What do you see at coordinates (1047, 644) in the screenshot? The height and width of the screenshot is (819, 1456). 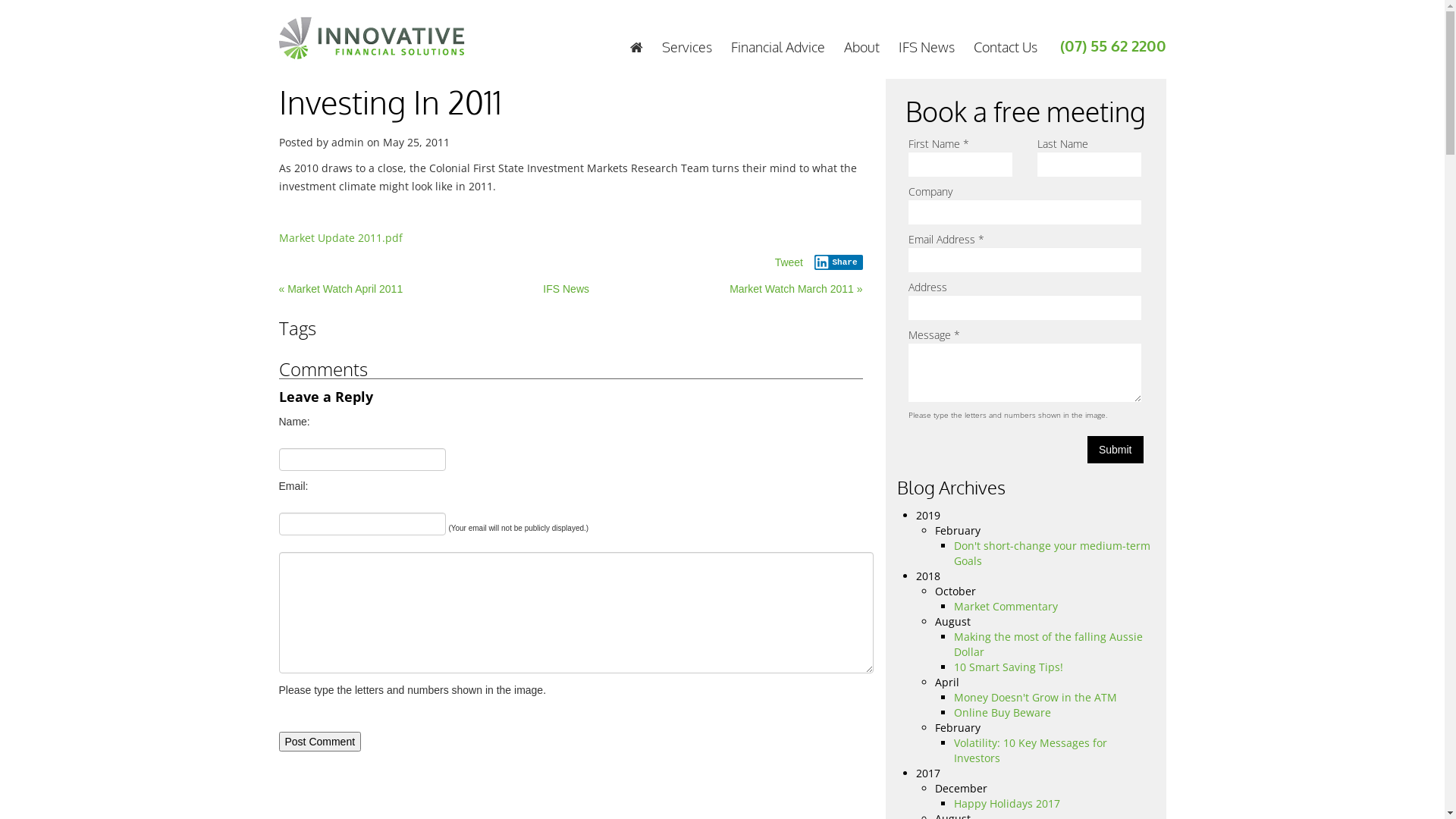 I see `'Making the most of the falling Aussie Dollar'` at bounding box center [1047, 644].